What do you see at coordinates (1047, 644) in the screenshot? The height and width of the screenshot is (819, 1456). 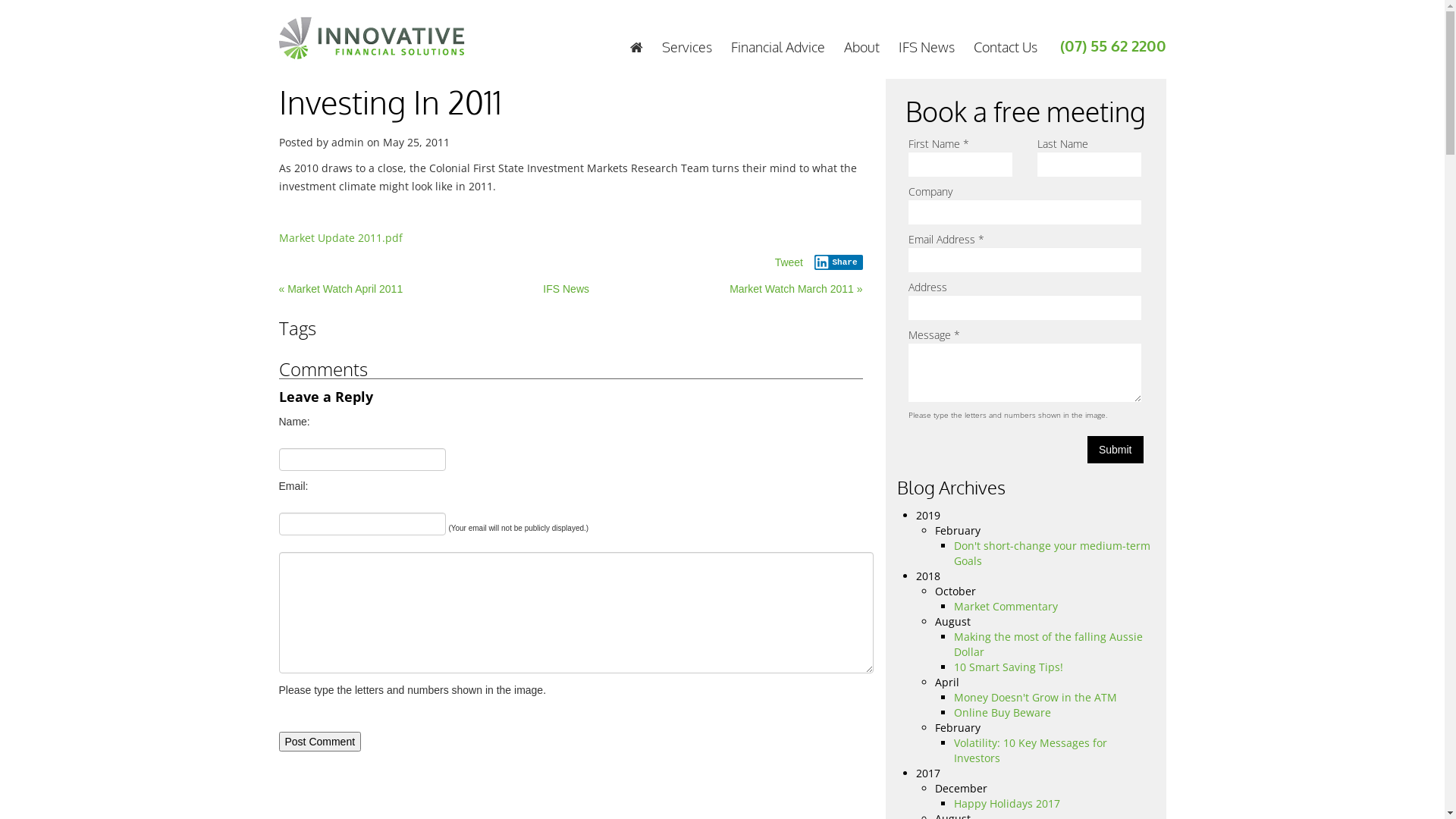 I see `'Making the most of the falling Aussie Dollar'` at bounding box center [1047, 644].